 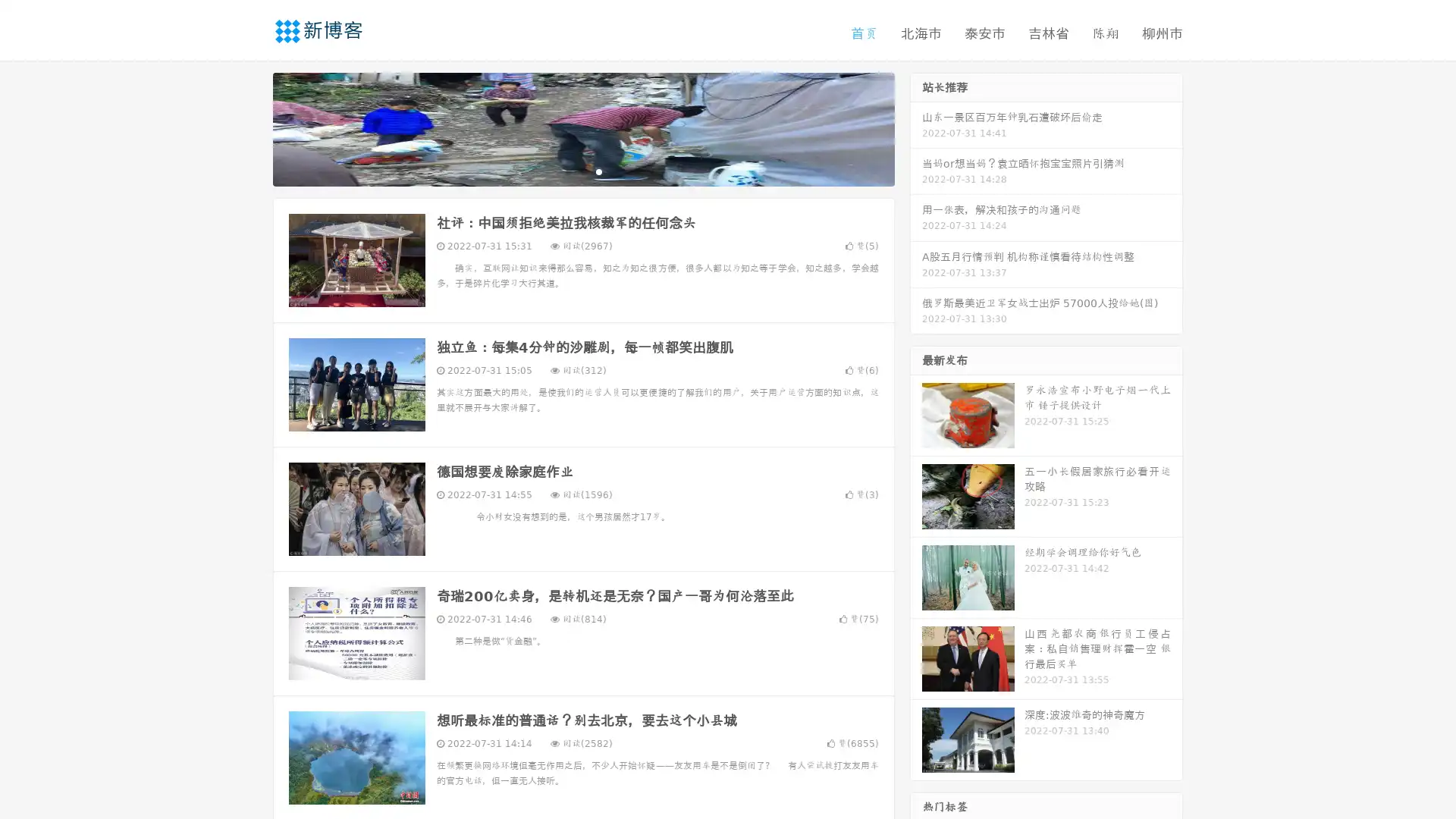 What do you see at coordinates (250, 127) in the screenshot?
I see `Previous slide` at bounding box center [250, 127].